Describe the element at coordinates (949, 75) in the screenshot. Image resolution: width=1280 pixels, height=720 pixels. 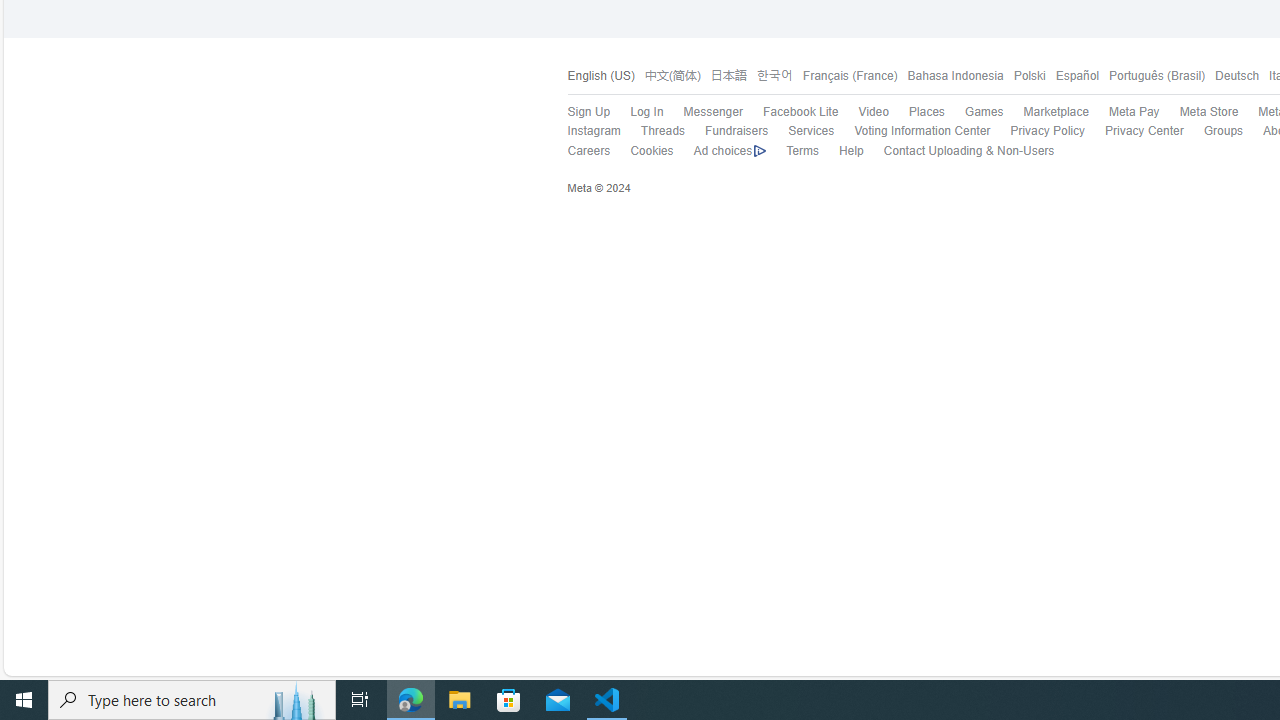
I see `'Bahasa Indonesia'` at that location.